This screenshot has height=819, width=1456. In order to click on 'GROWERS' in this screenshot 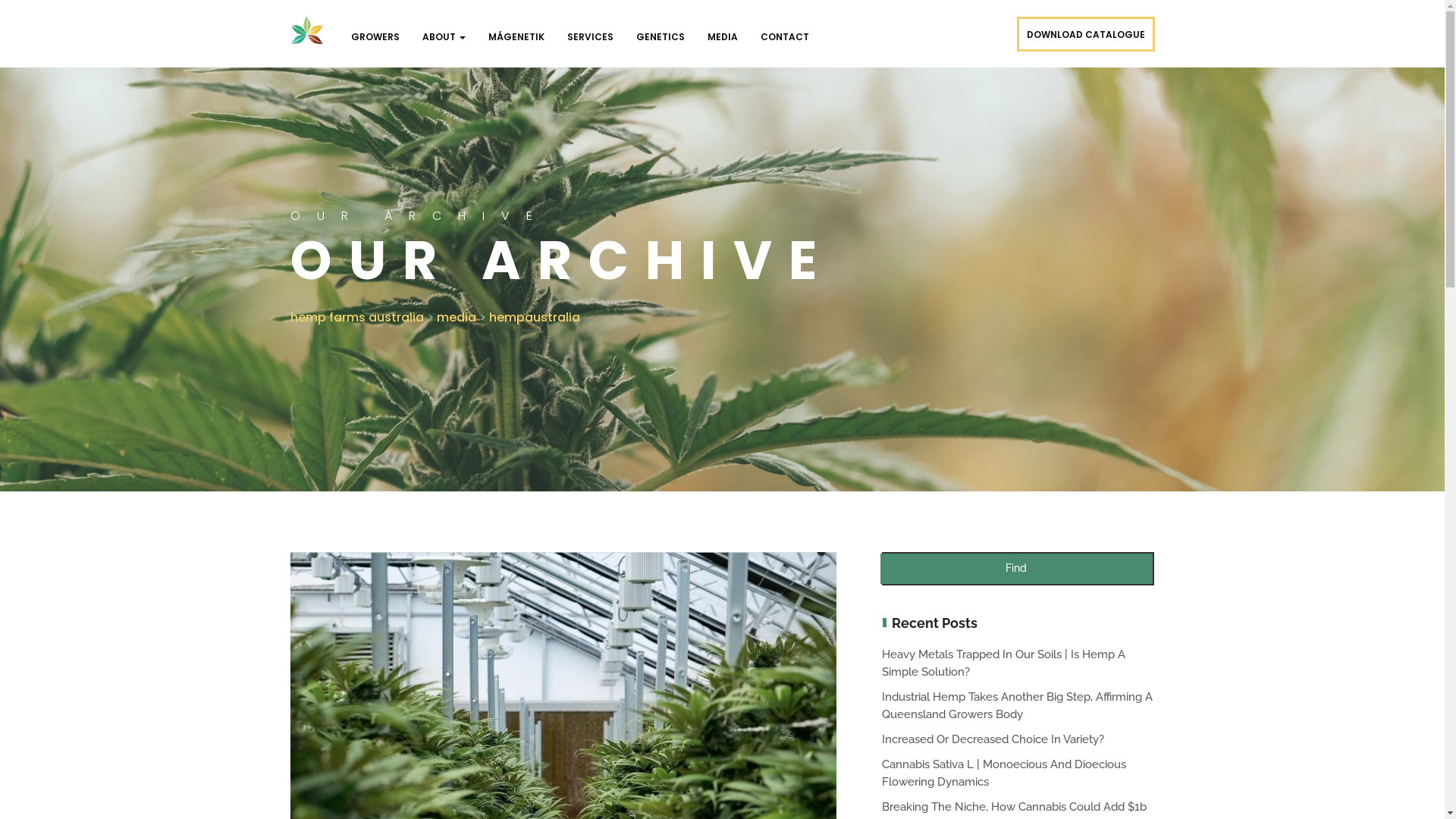, I will do `click(346, 36)`.